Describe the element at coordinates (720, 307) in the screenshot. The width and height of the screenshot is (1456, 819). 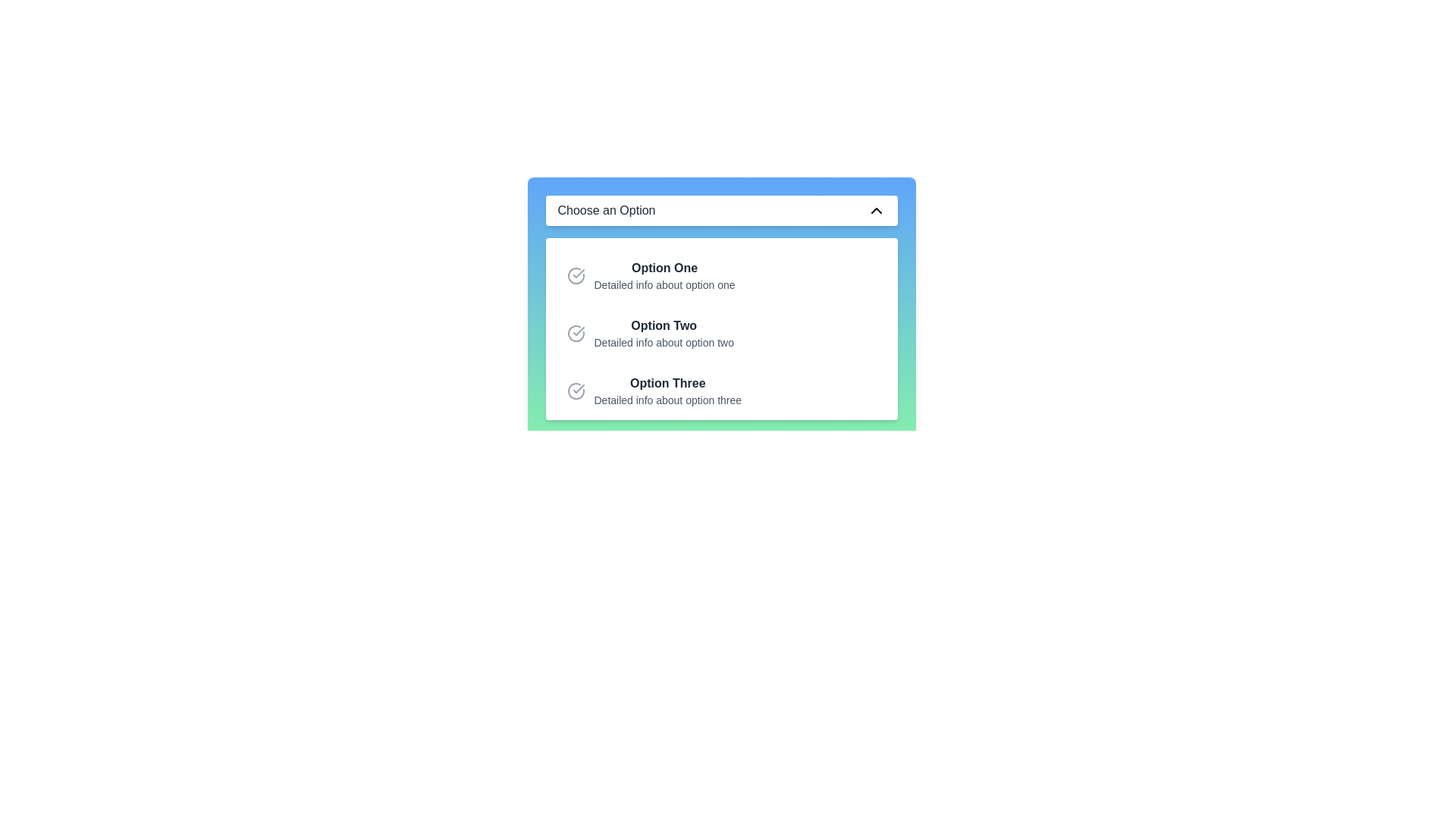
I see `the dropdown menu titled 'Choose an Option'` at that location.